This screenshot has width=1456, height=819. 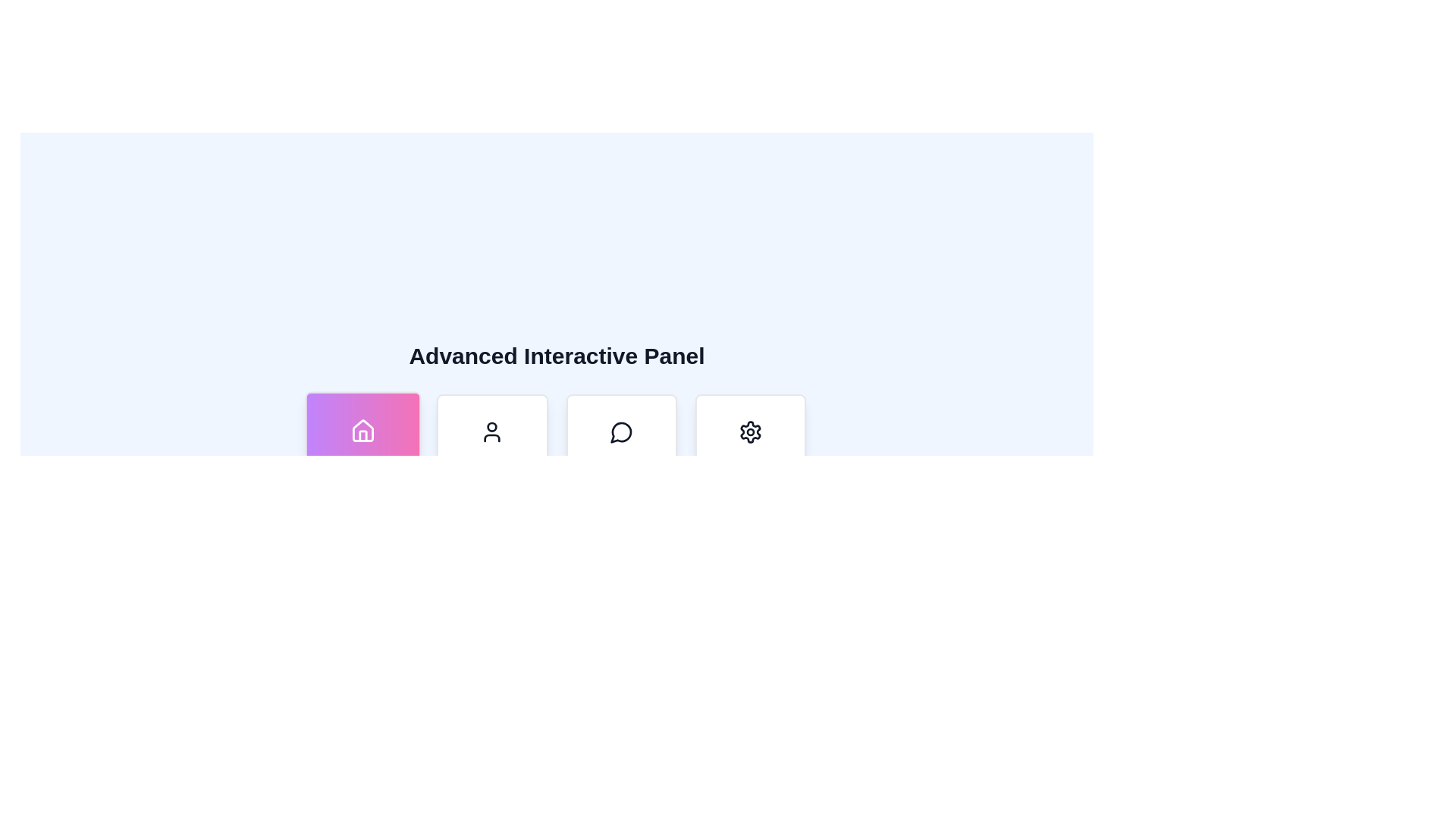 What do you see at coordinates (620, 432) in the screenshot?
I see `the third icon from the left in the bottom bar, which likely provides access` at bounding box center [620, 432].